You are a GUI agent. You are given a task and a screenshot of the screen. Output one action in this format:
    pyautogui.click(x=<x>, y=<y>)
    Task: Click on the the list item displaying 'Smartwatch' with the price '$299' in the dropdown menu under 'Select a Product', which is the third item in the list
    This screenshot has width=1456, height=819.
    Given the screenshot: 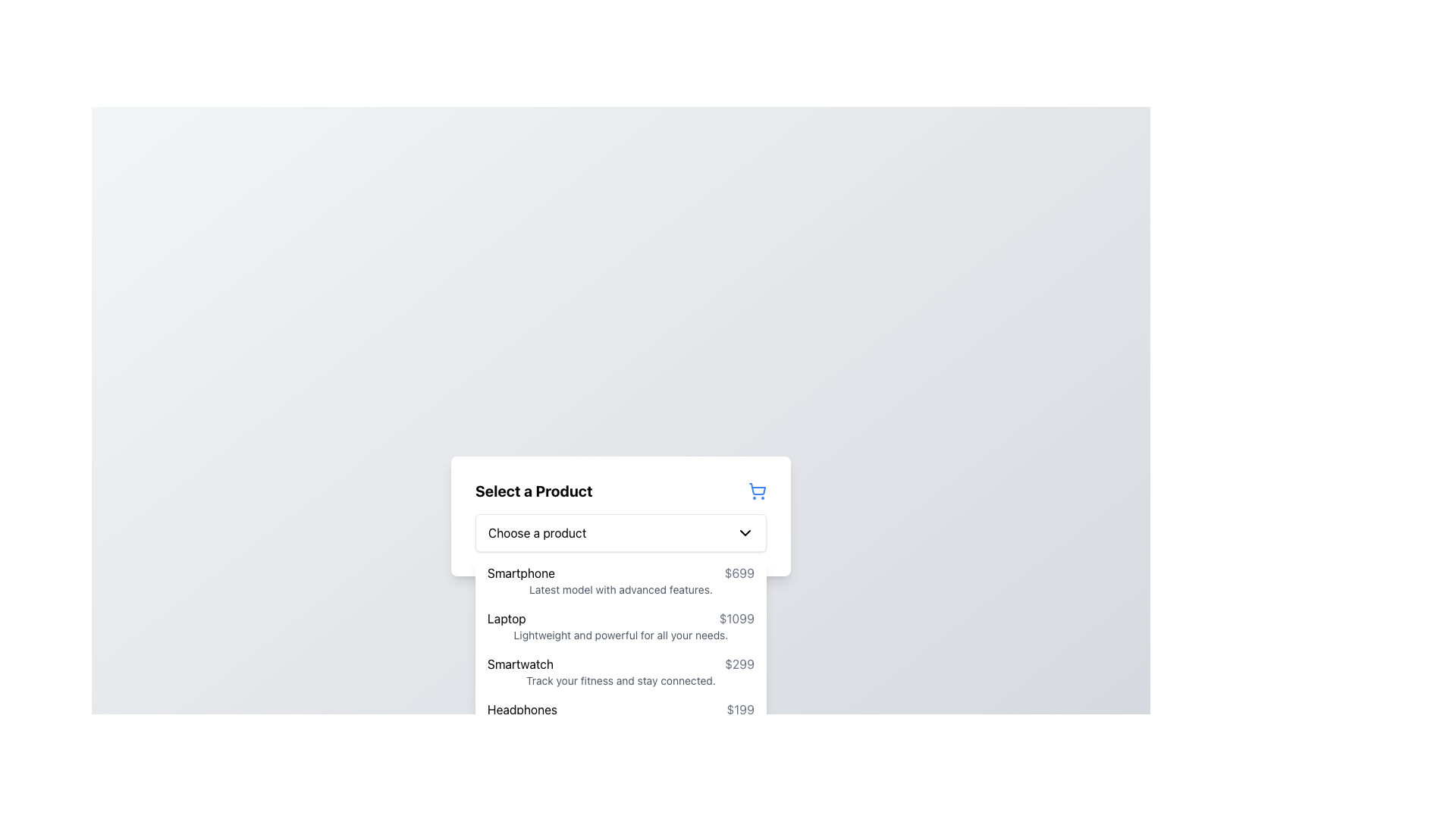 What is the action you would take?
    pyautogui.click(x=621, y=663)
    